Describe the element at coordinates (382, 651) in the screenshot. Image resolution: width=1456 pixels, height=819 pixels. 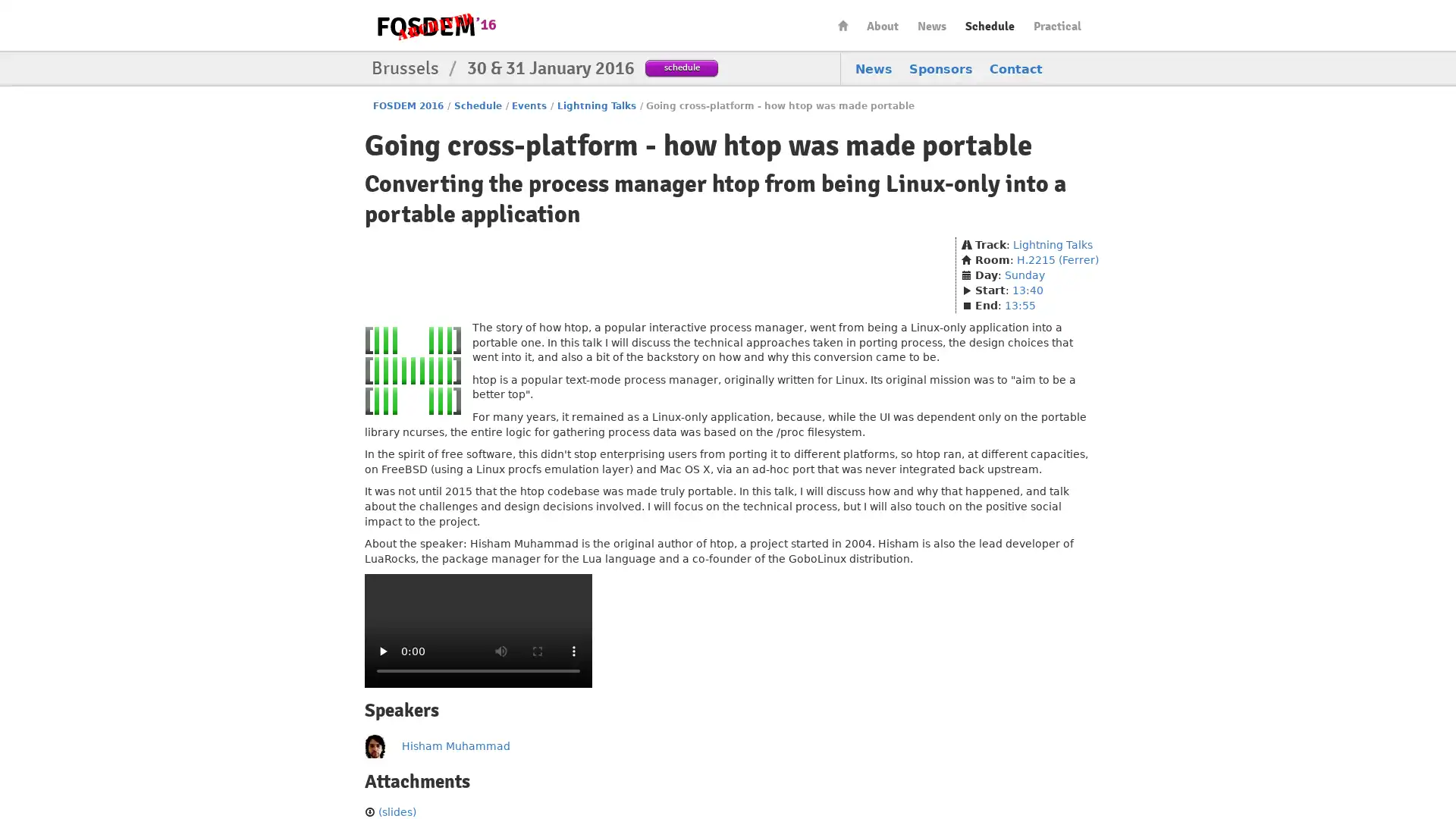
I see `play` at that location.